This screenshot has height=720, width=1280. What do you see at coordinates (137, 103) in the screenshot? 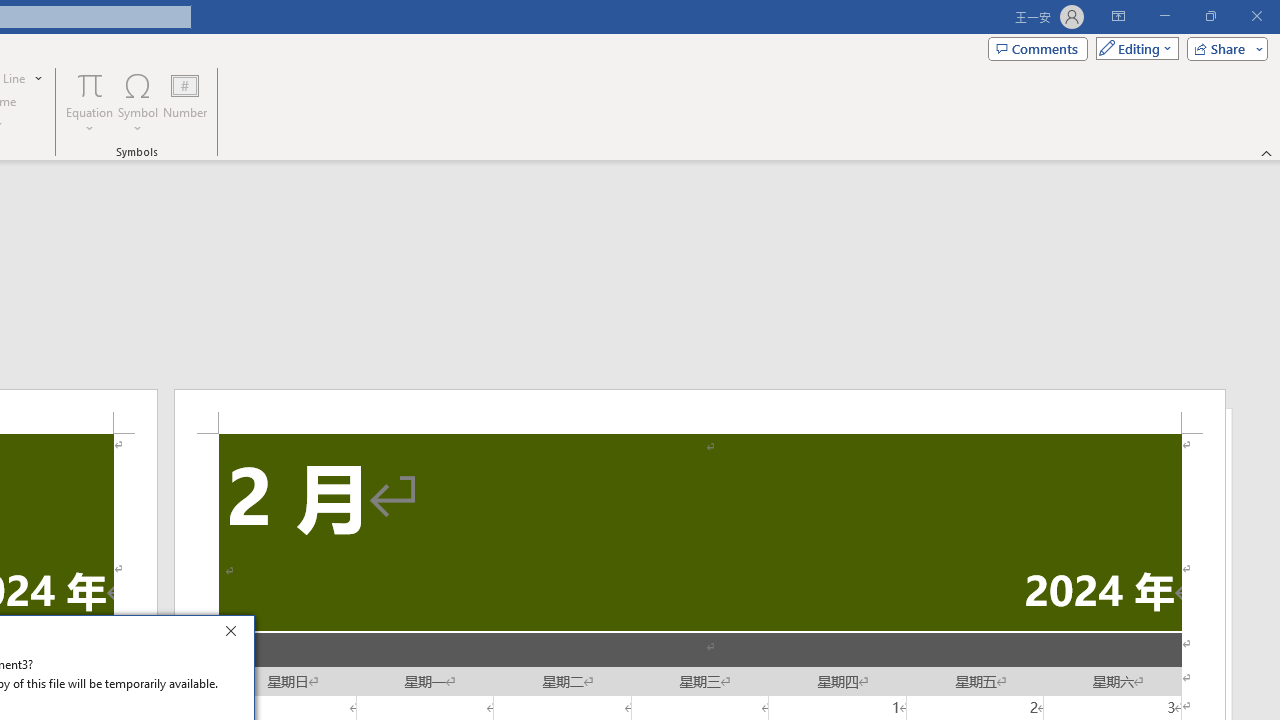
I see `'Symbol'` at bounding box center [137, 103].